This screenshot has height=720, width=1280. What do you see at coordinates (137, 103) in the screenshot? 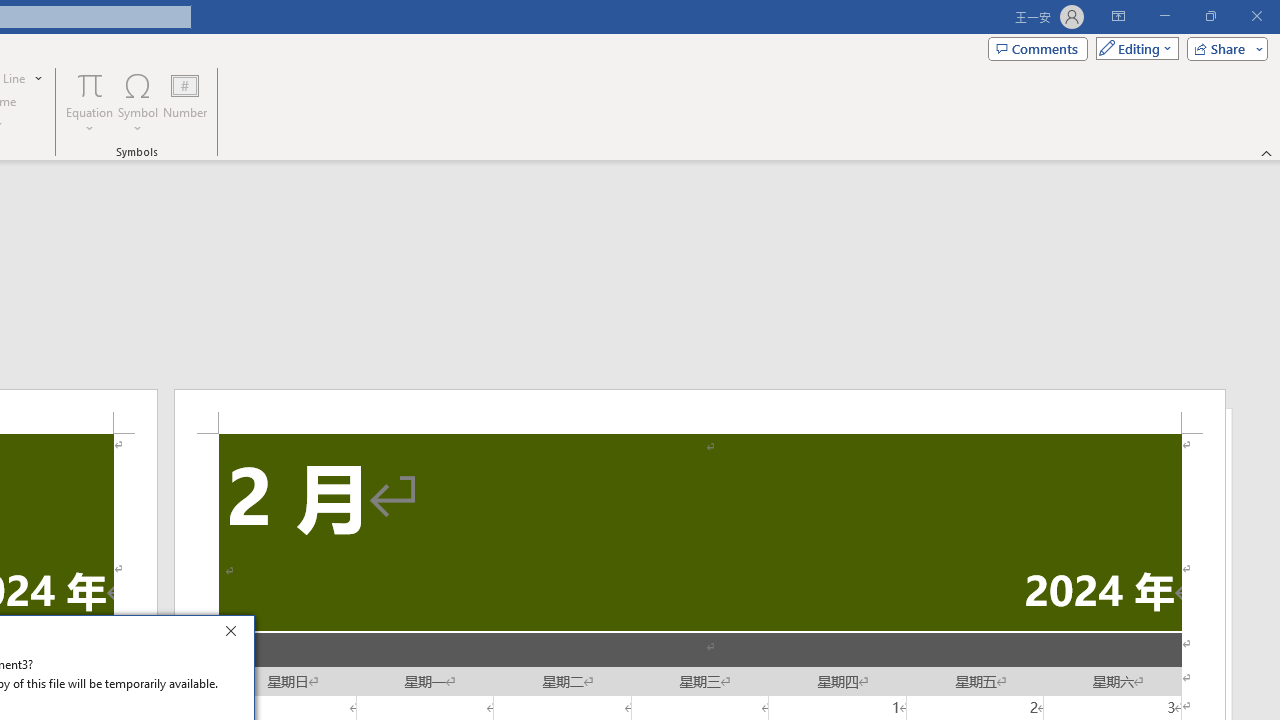
I see `'Symbol'` at bounding box center [137, 103].